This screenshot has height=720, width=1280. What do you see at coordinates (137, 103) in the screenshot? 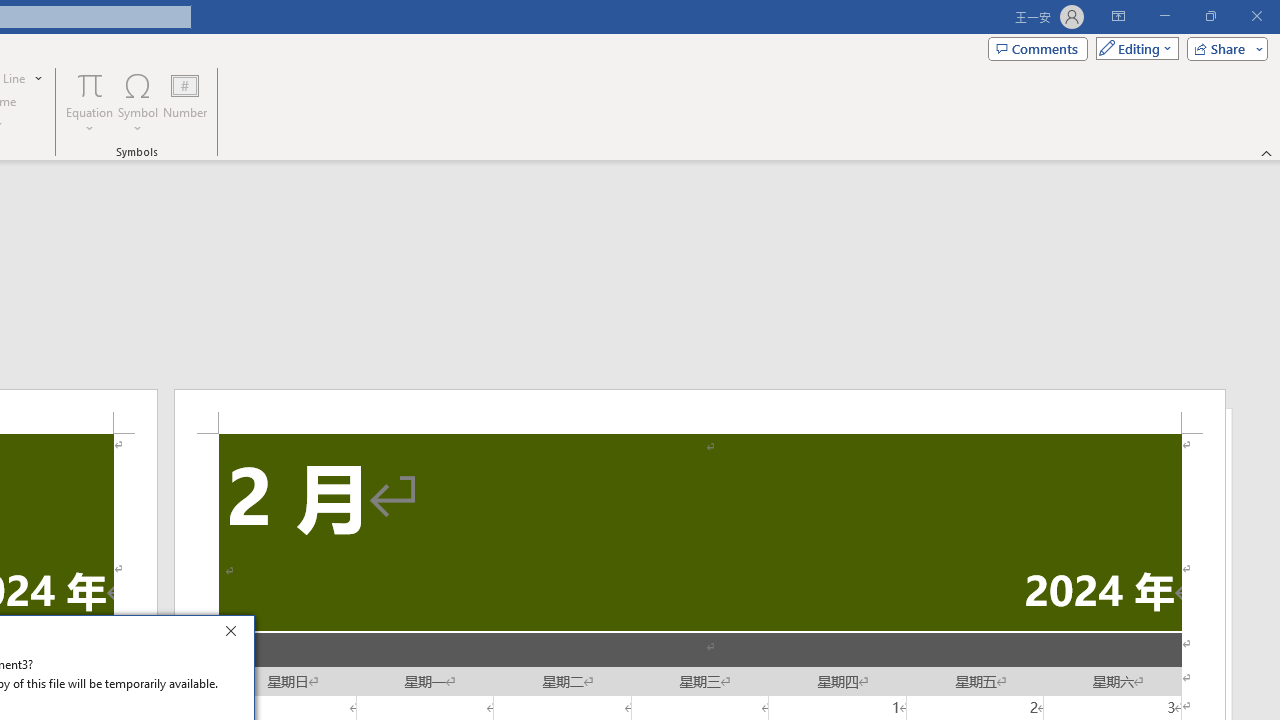
I see `'Symbol'` at bounding box center [137, 103].